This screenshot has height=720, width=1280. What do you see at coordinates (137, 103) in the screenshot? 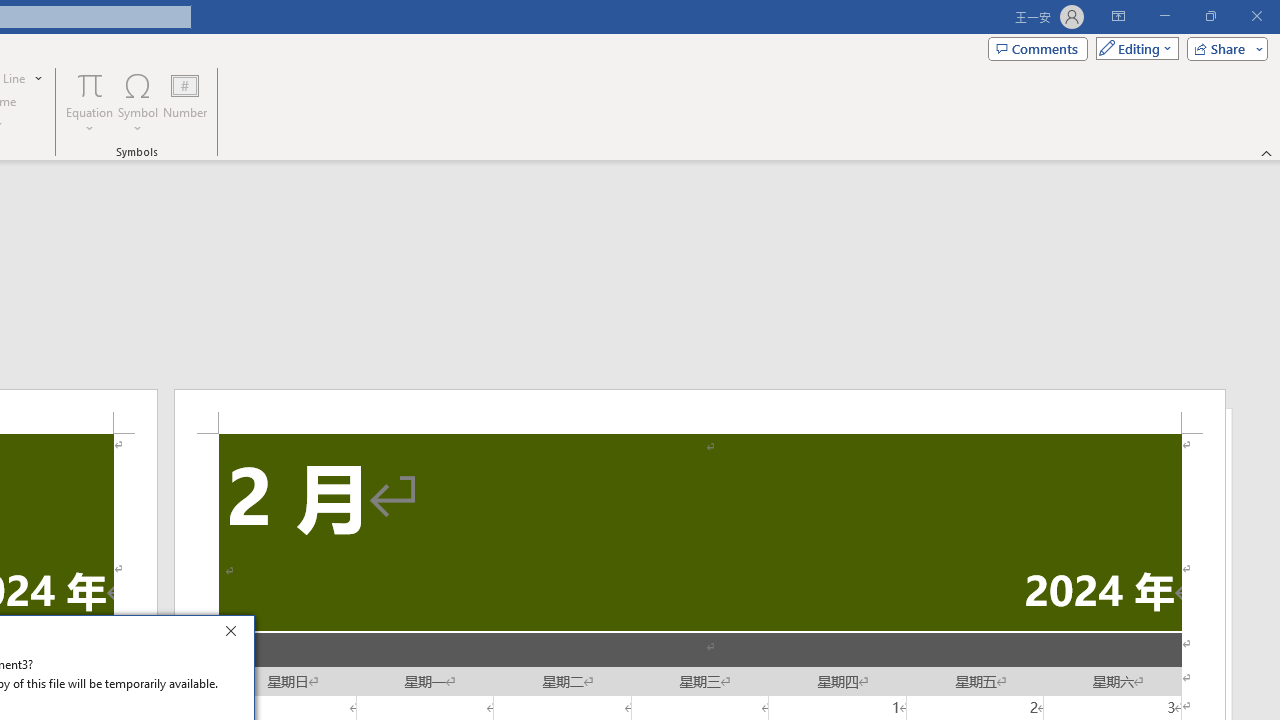
I see `'Symbol'` at bounding box center [137, 103].